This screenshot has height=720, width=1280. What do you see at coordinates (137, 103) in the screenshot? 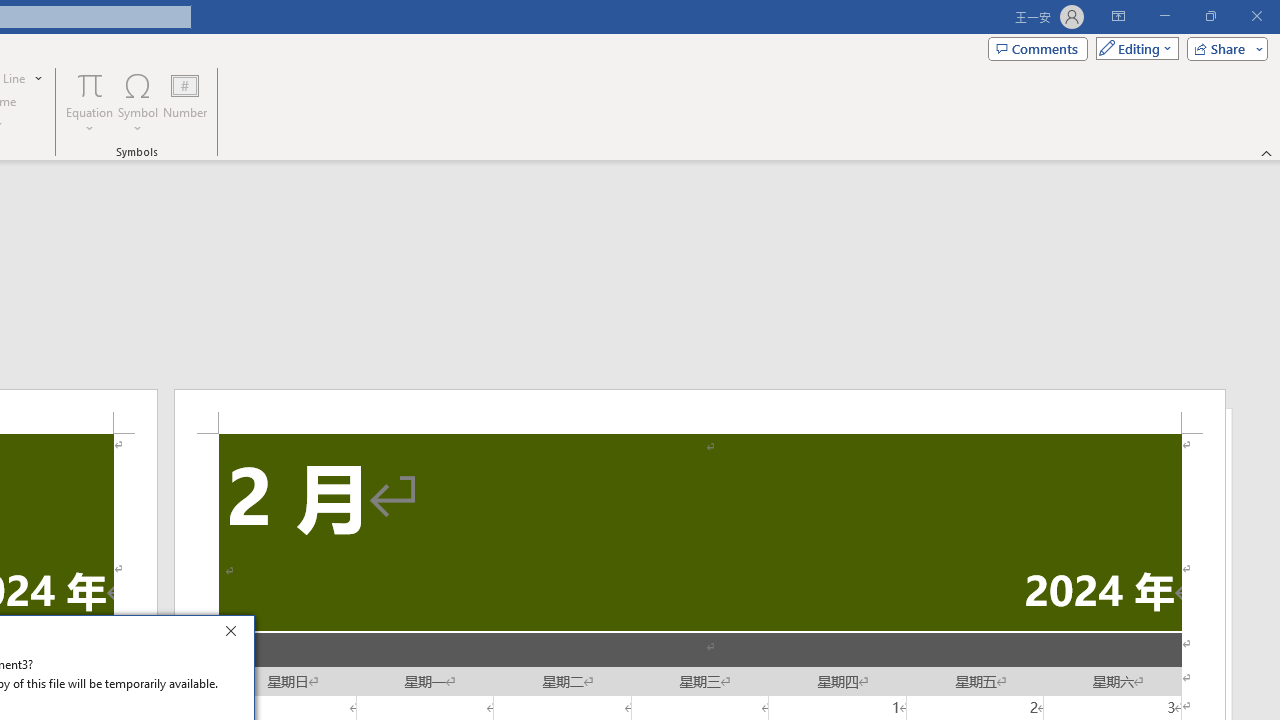
I see `'Symbol'` at bounding box center [137, 103].